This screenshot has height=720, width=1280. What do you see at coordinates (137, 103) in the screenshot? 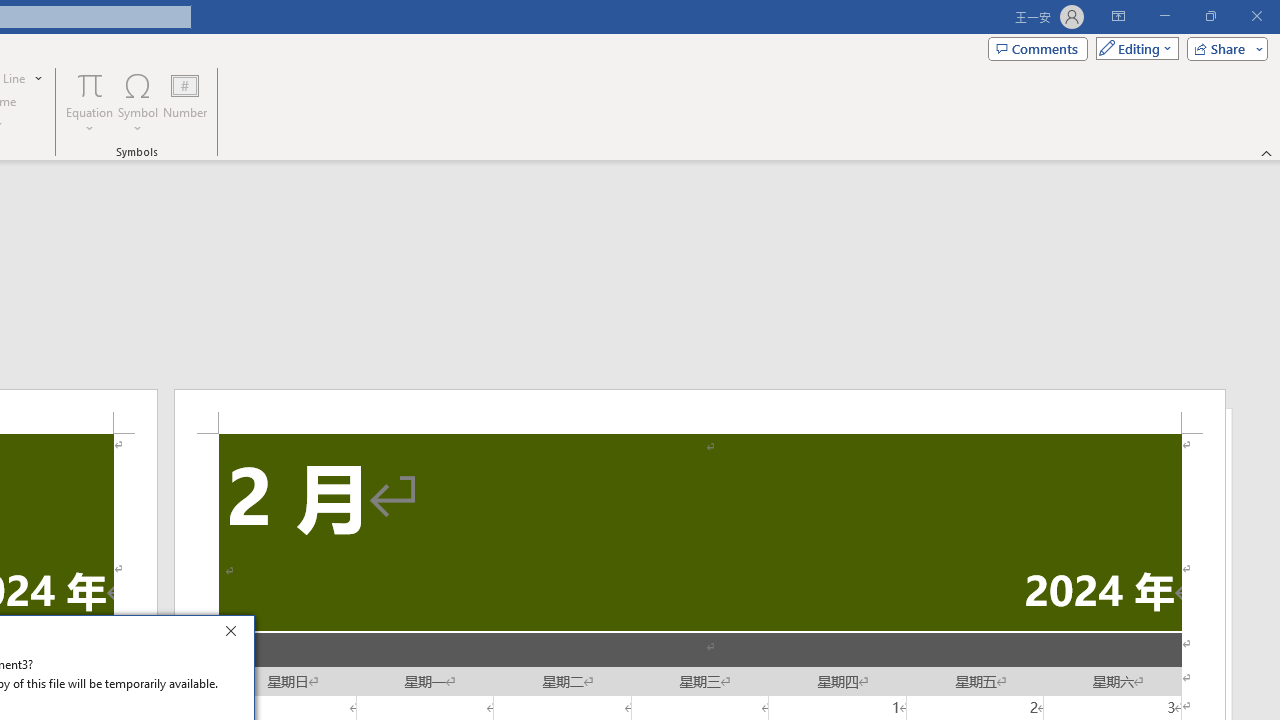
I see `'Symbol'` at bounding box center [137, 103].